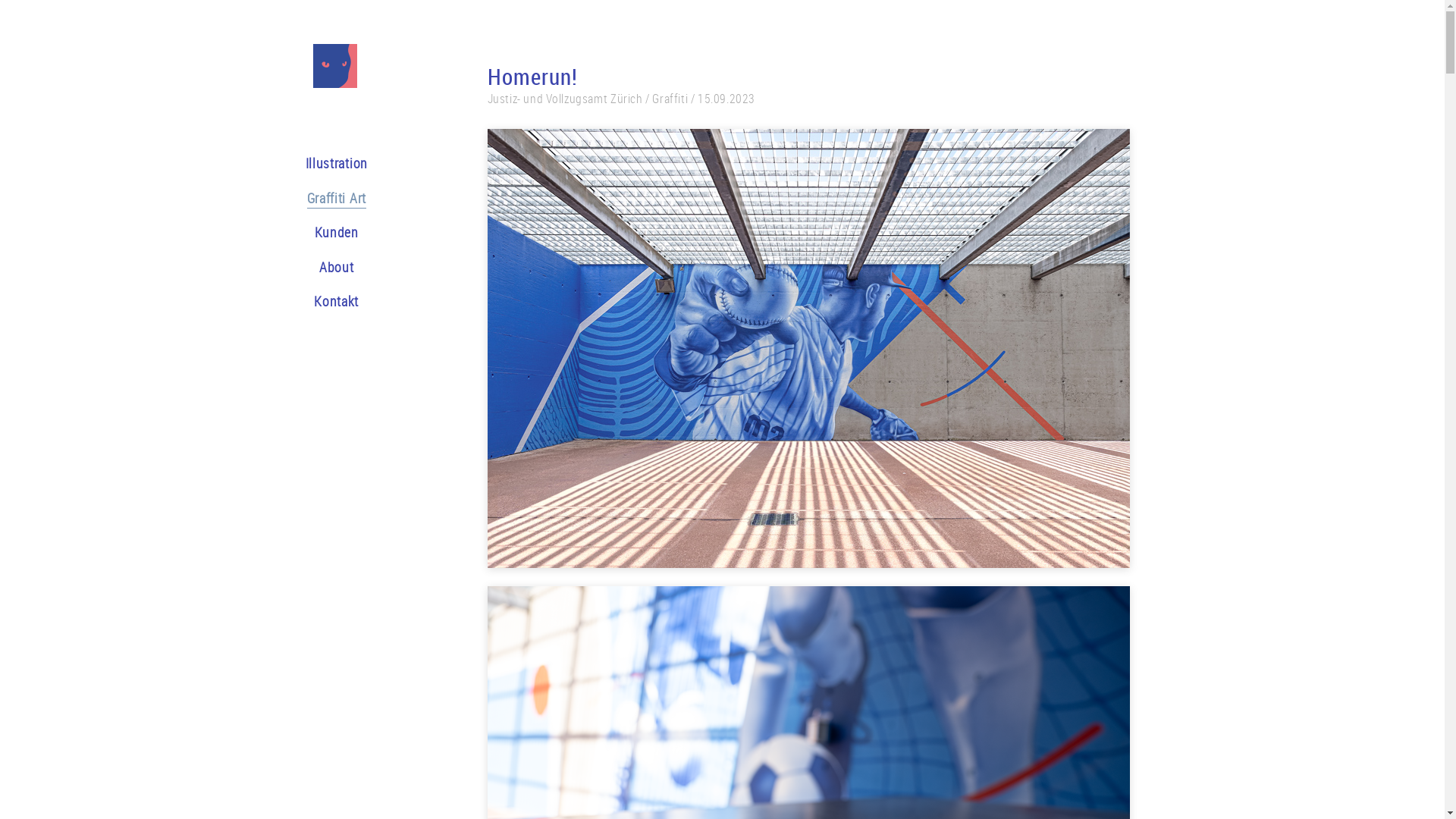 This screenshot has height=819, width=1456. I want to click on 'Illustration', so click(304, 165).